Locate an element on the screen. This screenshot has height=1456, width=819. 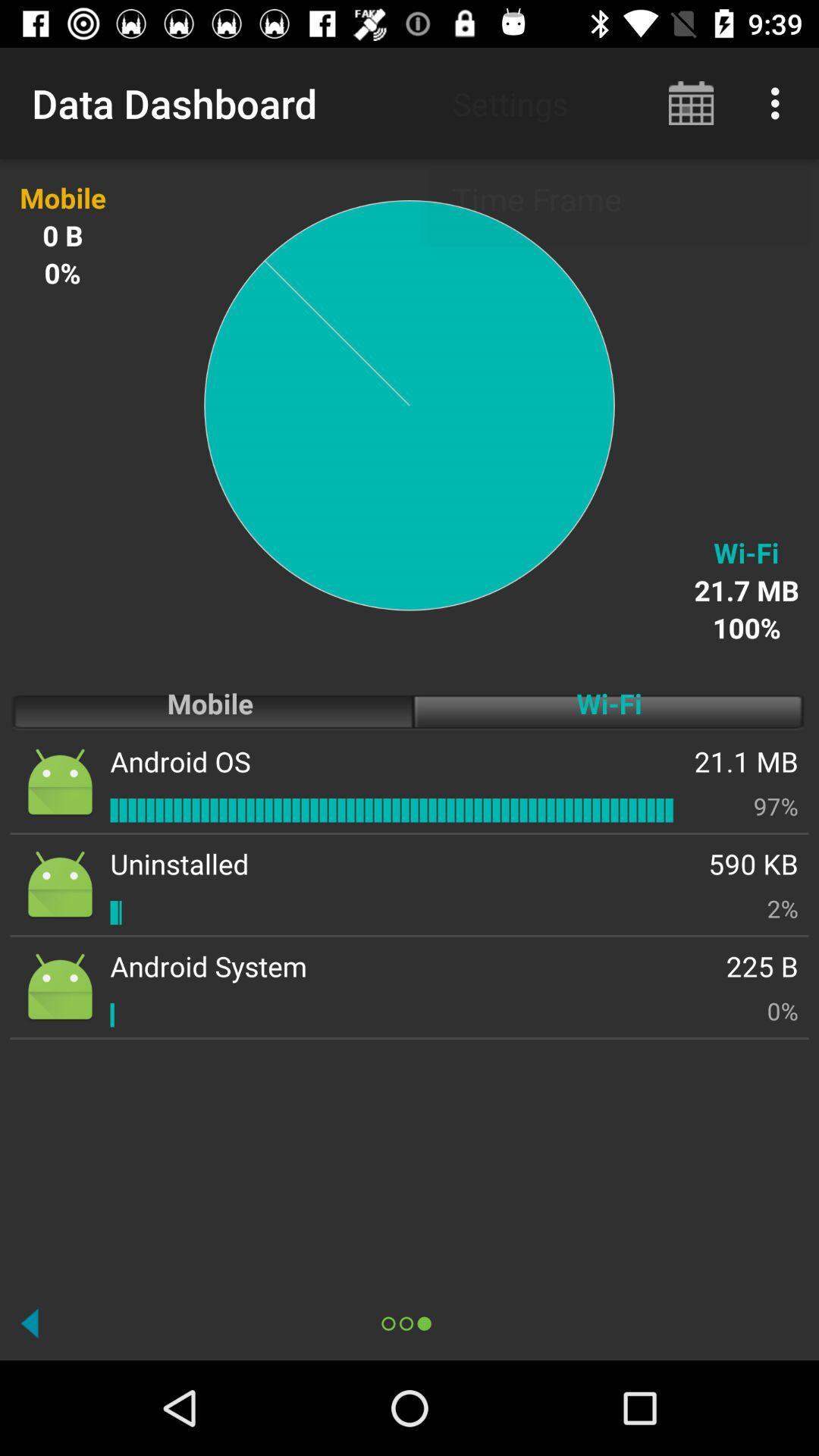
the app to the left of wi-fi app is located at coordinates (180, 761).